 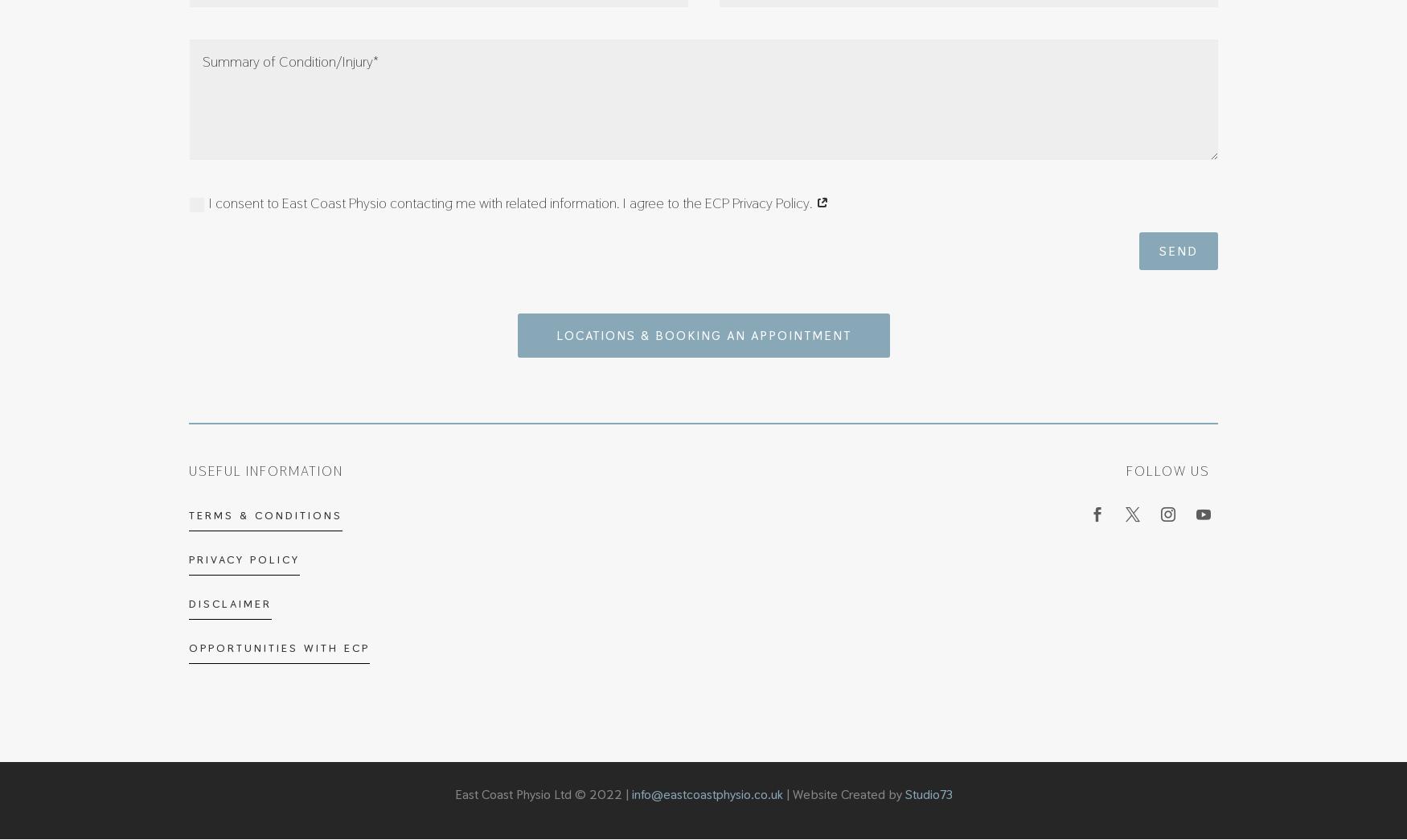 What do you see at coordinates (706, 793) in the screenshot?
I see `'info@eastcoastphysio.co.uk'` at bounding box center [706, 793].